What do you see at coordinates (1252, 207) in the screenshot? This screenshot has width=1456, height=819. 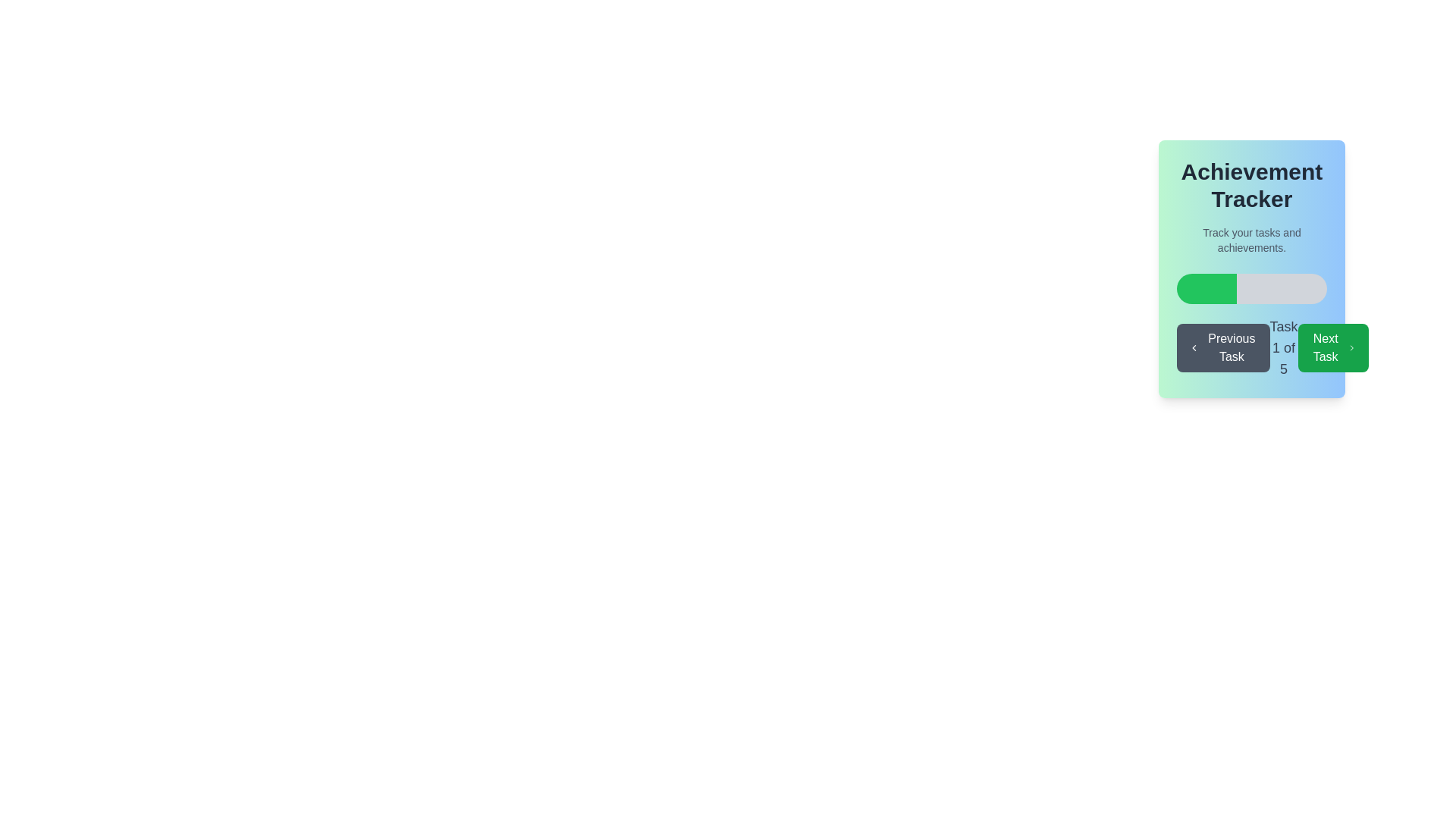 I see `the Header element displaying the title 'Achievement Tracker' and subtitle 'Track your tasks and achievements.'` at bounding box center [1252, 207].